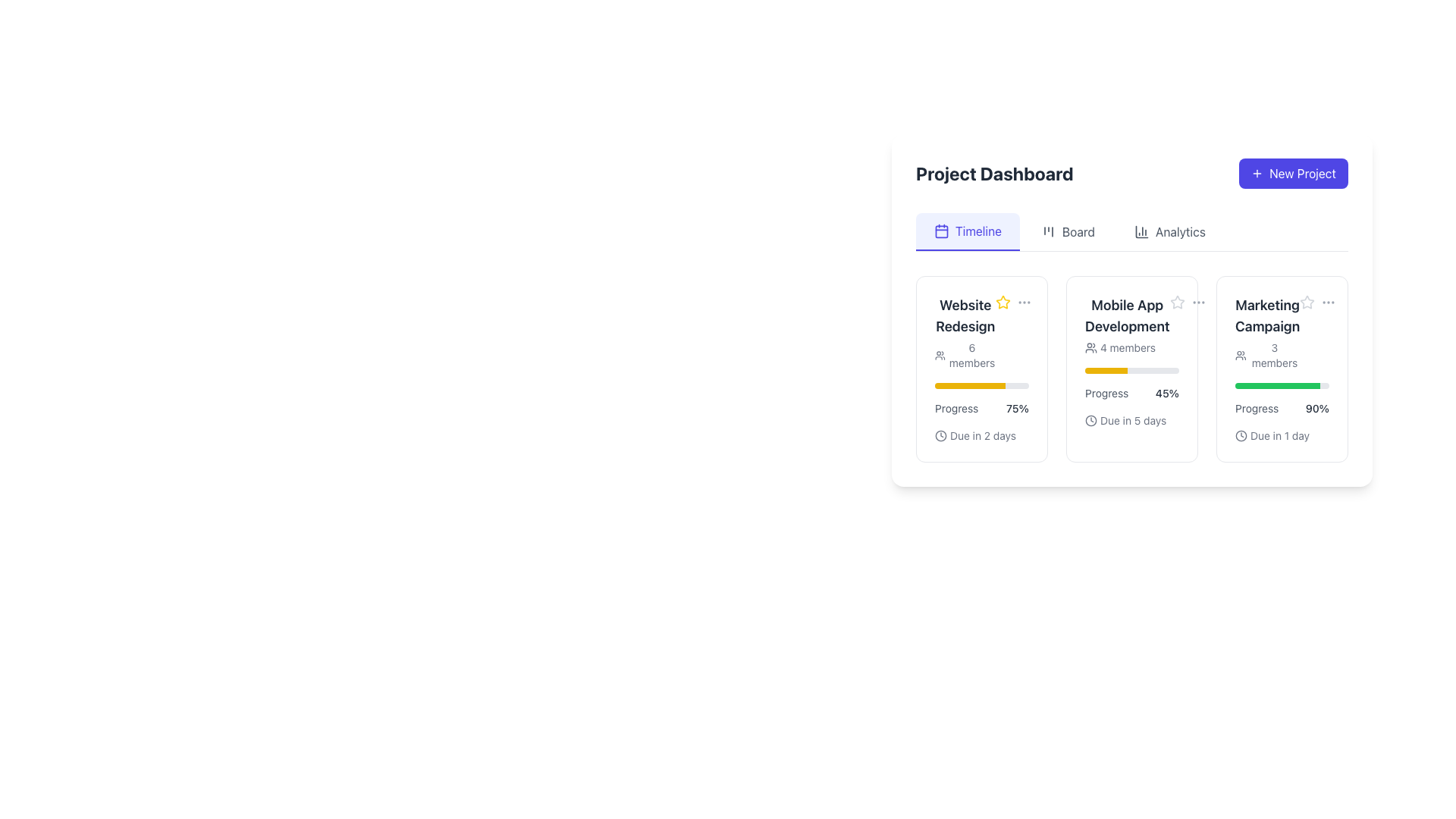 The width and height of the screenshot is (1456, 819). What do you see at coordinates (940, 435) in the screenshot?
I see `the clock icon located in the 'Due in 2 days' label on the 'Website Redesign' project card in the dashboard` at bounding box center [940, 435].